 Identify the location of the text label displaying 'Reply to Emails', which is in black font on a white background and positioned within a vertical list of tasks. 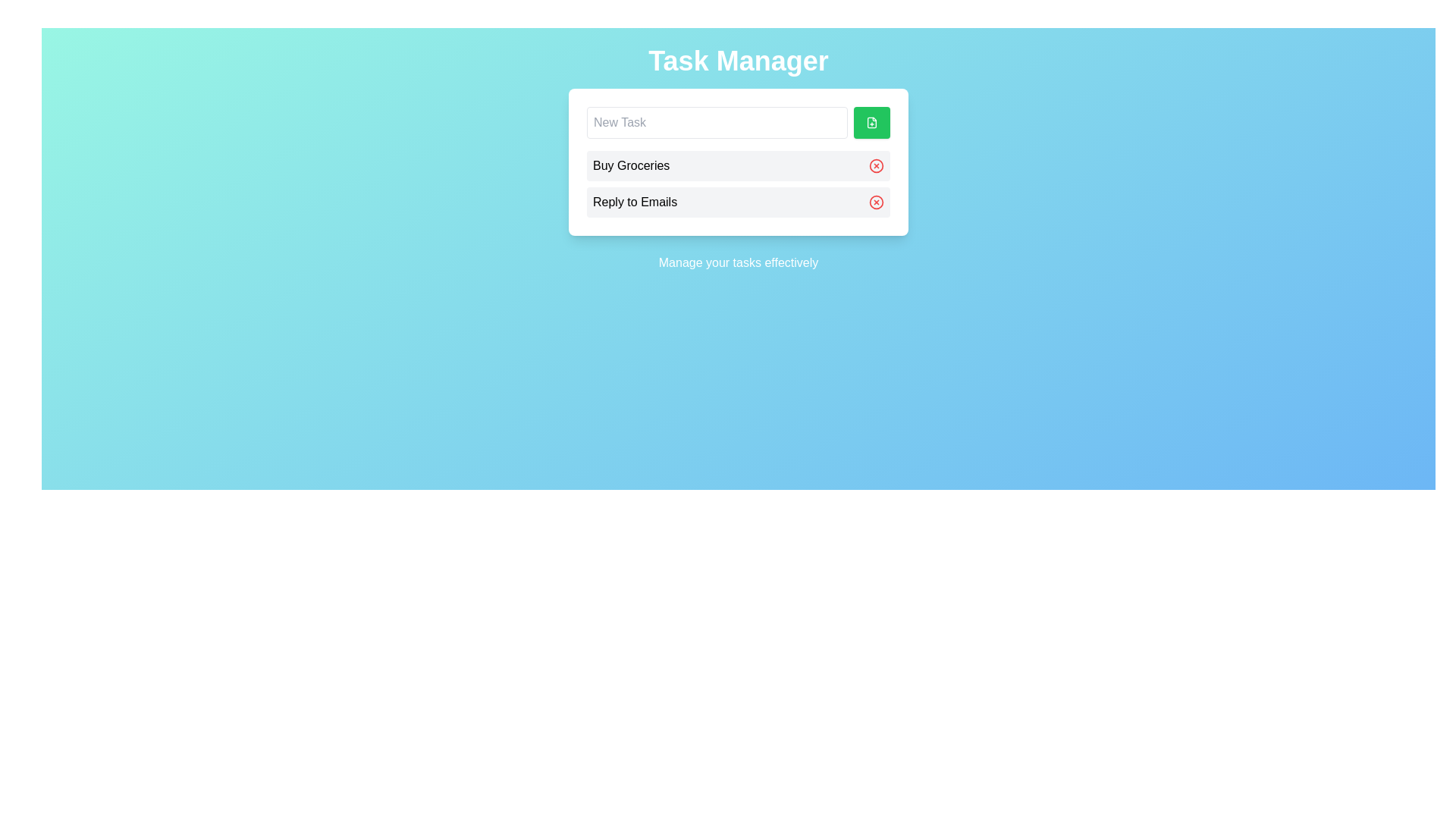
(635, 201).